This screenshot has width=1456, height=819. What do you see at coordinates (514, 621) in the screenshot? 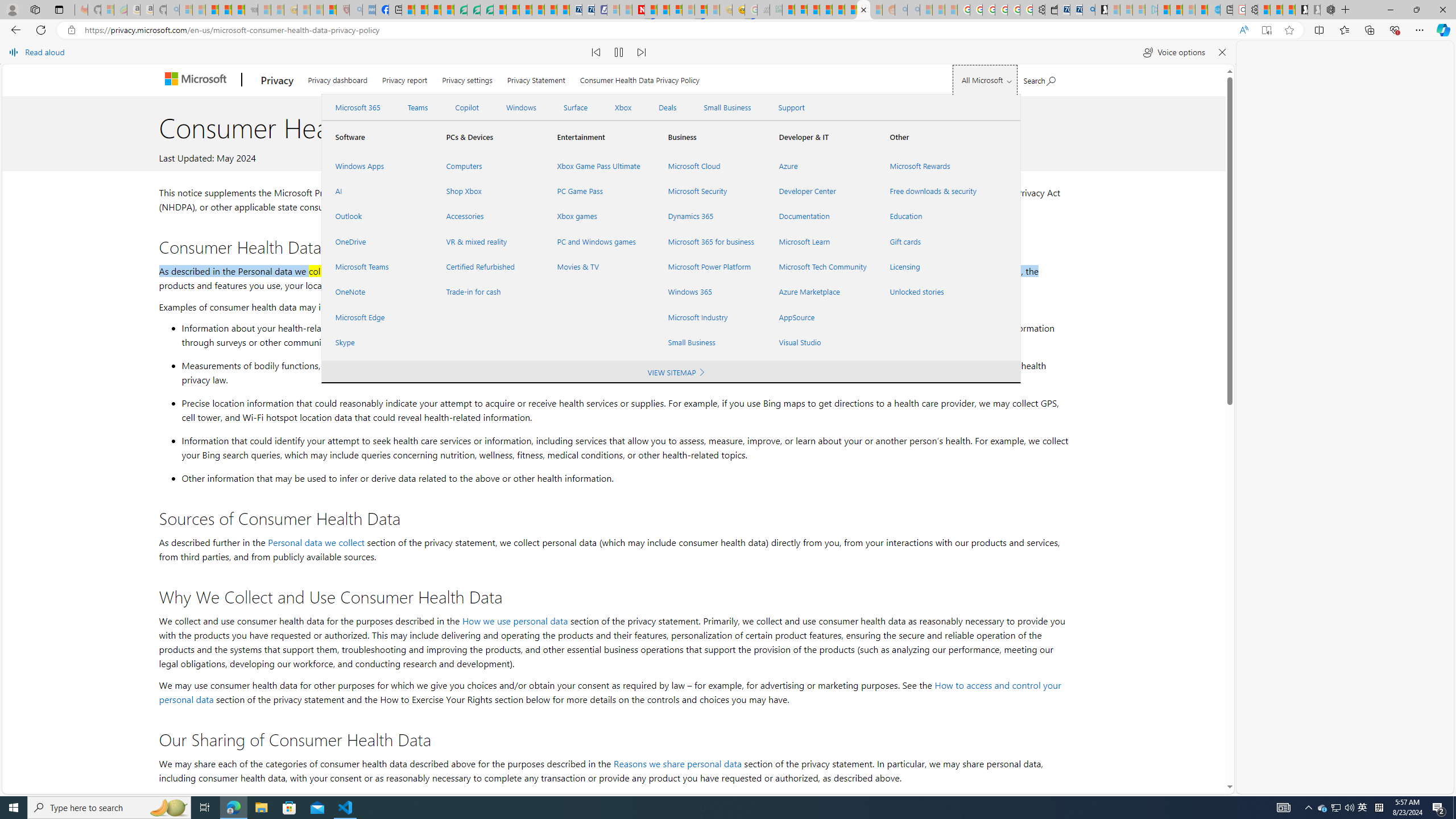
I see `'How we use personal data'` at bounding box center [514, 621].